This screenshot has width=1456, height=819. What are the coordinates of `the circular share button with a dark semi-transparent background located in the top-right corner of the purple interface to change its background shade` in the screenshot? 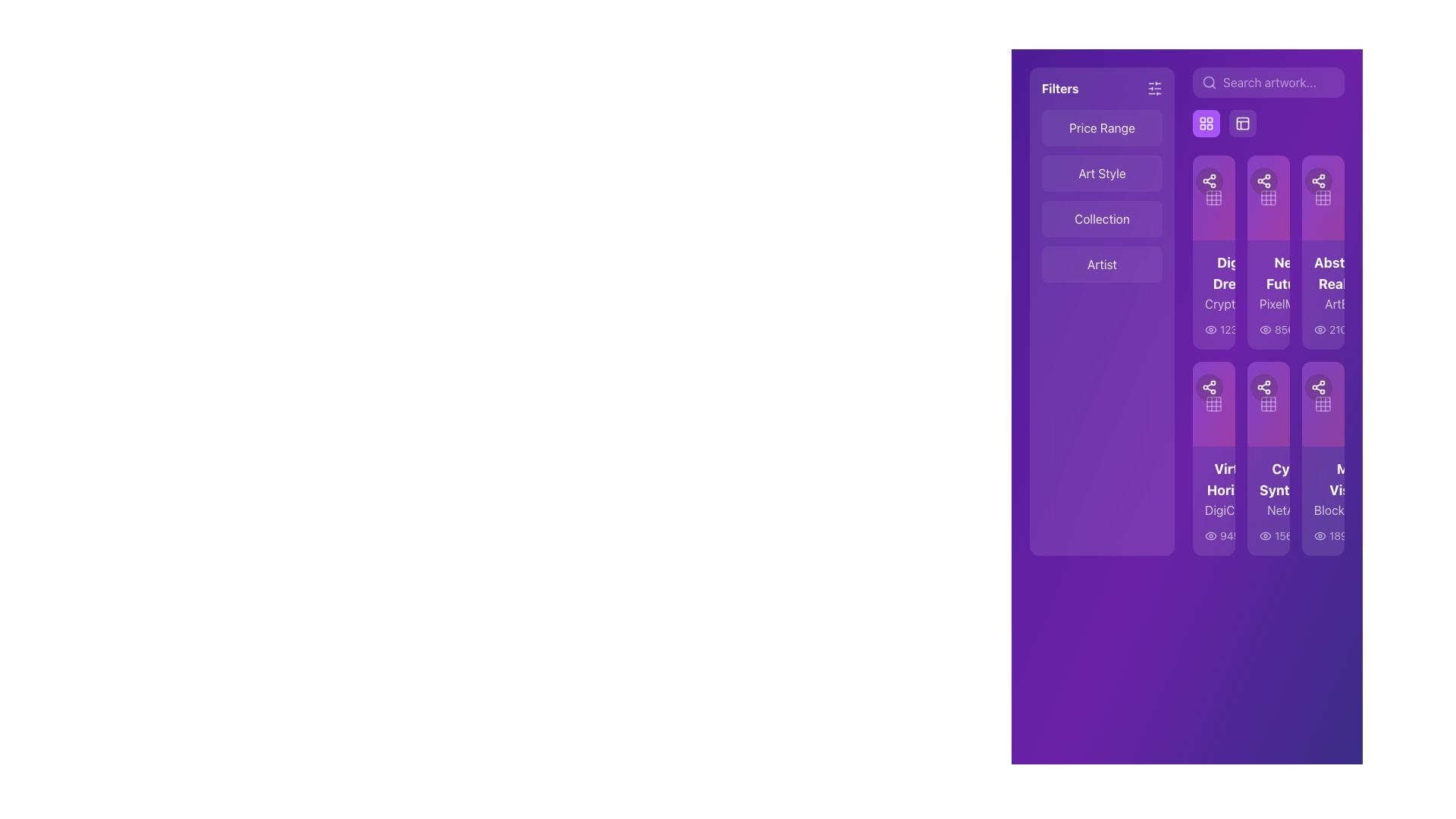 It's located at (1263, 386).